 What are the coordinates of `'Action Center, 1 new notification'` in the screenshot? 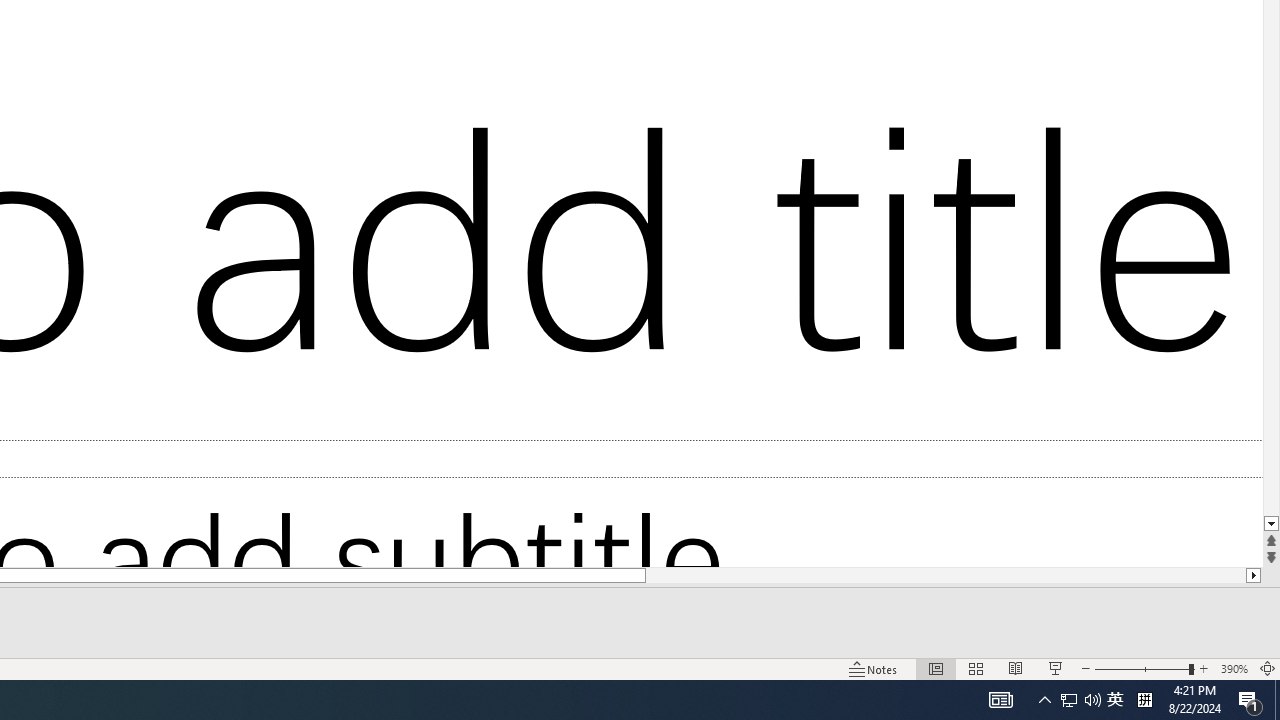 It's located at (1250, 698).